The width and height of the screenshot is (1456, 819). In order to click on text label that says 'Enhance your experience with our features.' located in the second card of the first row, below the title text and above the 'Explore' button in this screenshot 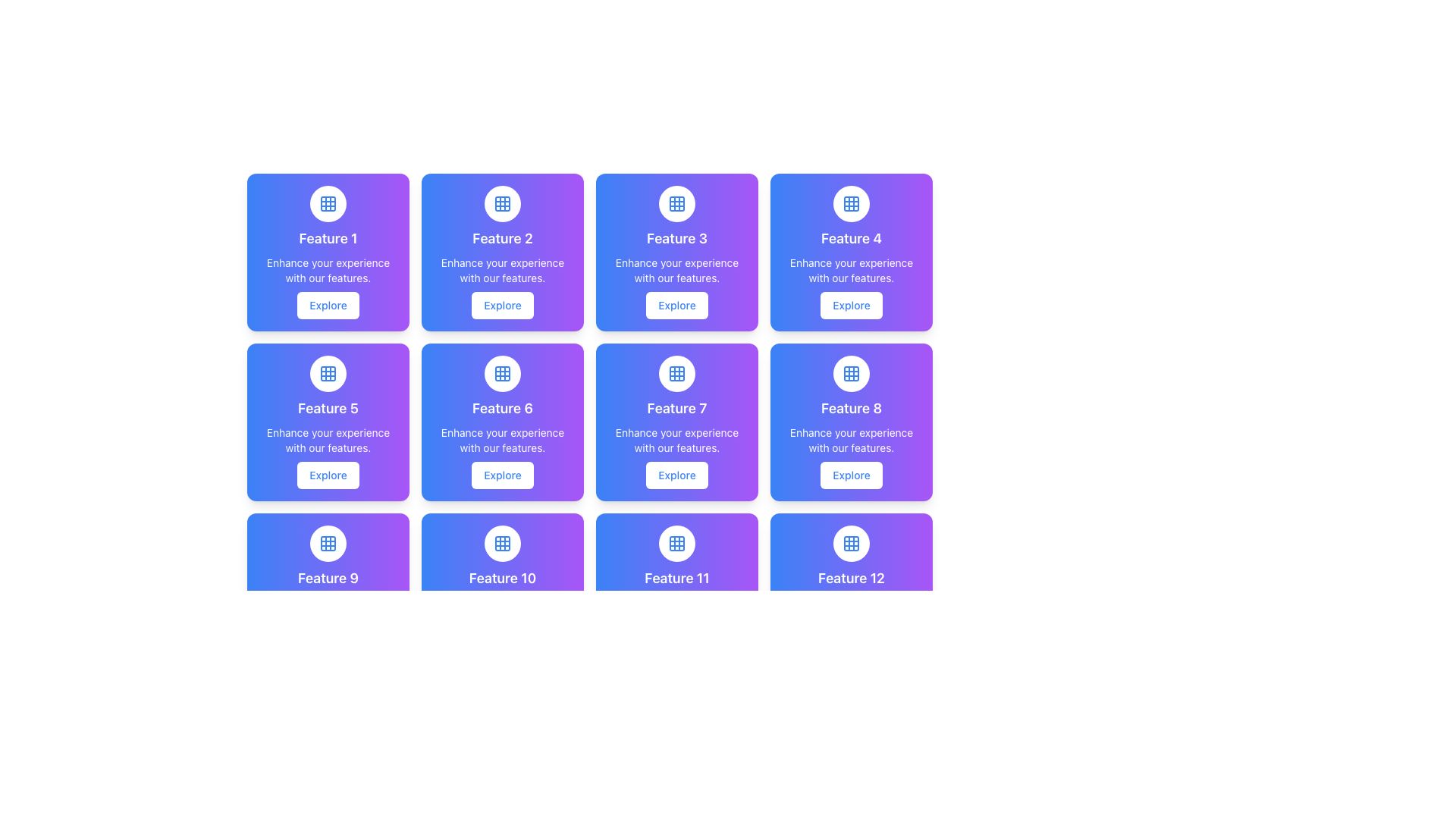, I will do `click(502, 270)`.